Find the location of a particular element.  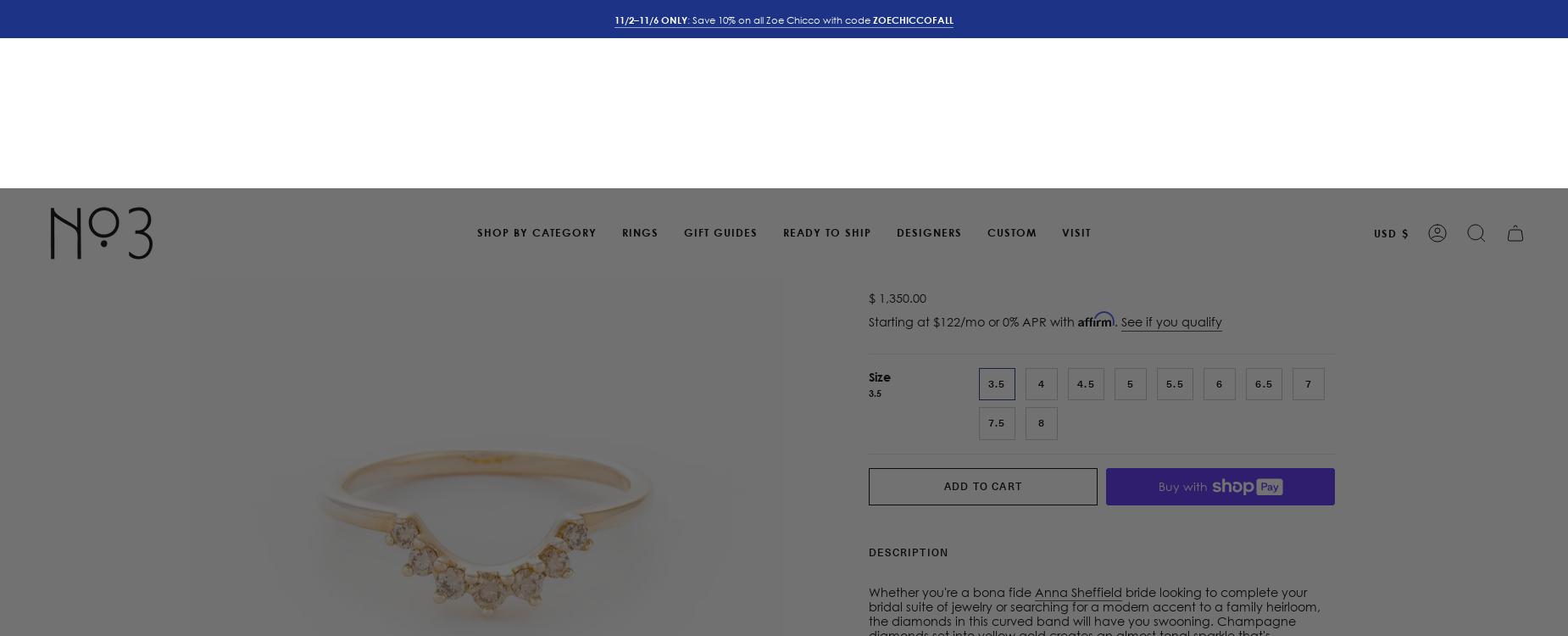

'See if you qualify' is located at coordinates (1170, 133).